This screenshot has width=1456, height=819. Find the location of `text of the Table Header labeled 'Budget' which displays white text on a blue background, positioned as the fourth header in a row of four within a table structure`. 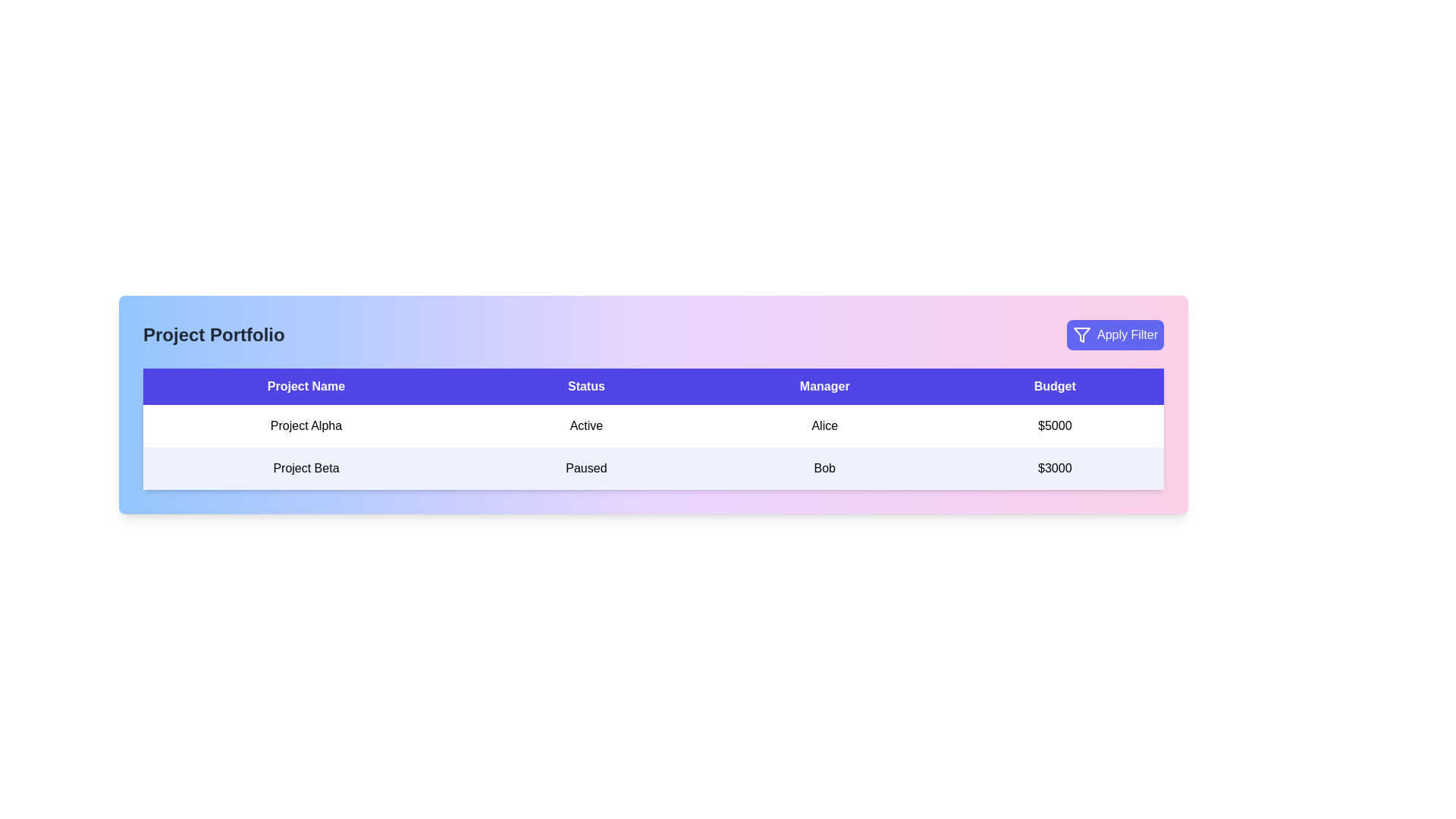

text of the Table Header labeled 'Budget' which displays white text on a blue background, positioned as the fourth header in a row of four within a table structure is located at coordinates (1054, 385).